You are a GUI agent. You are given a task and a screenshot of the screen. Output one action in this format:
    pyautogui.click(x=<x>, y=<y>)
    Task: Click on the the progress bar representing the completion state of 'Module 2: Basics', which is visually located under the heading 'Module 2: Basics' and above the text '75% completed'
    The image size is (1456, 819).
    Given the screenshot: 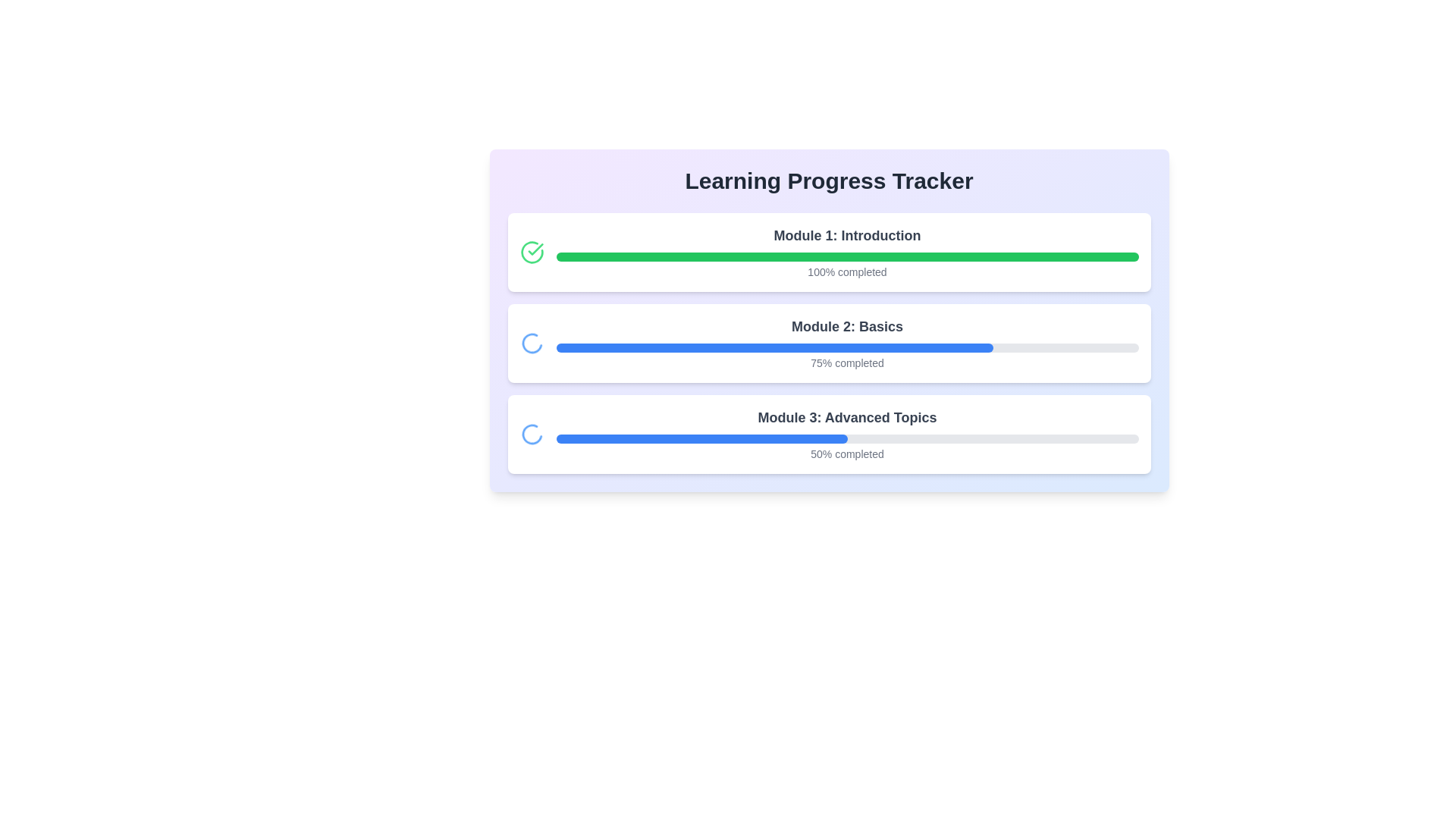 What is the action you would take?
    pyautogui.click(x=846, y=348)
    